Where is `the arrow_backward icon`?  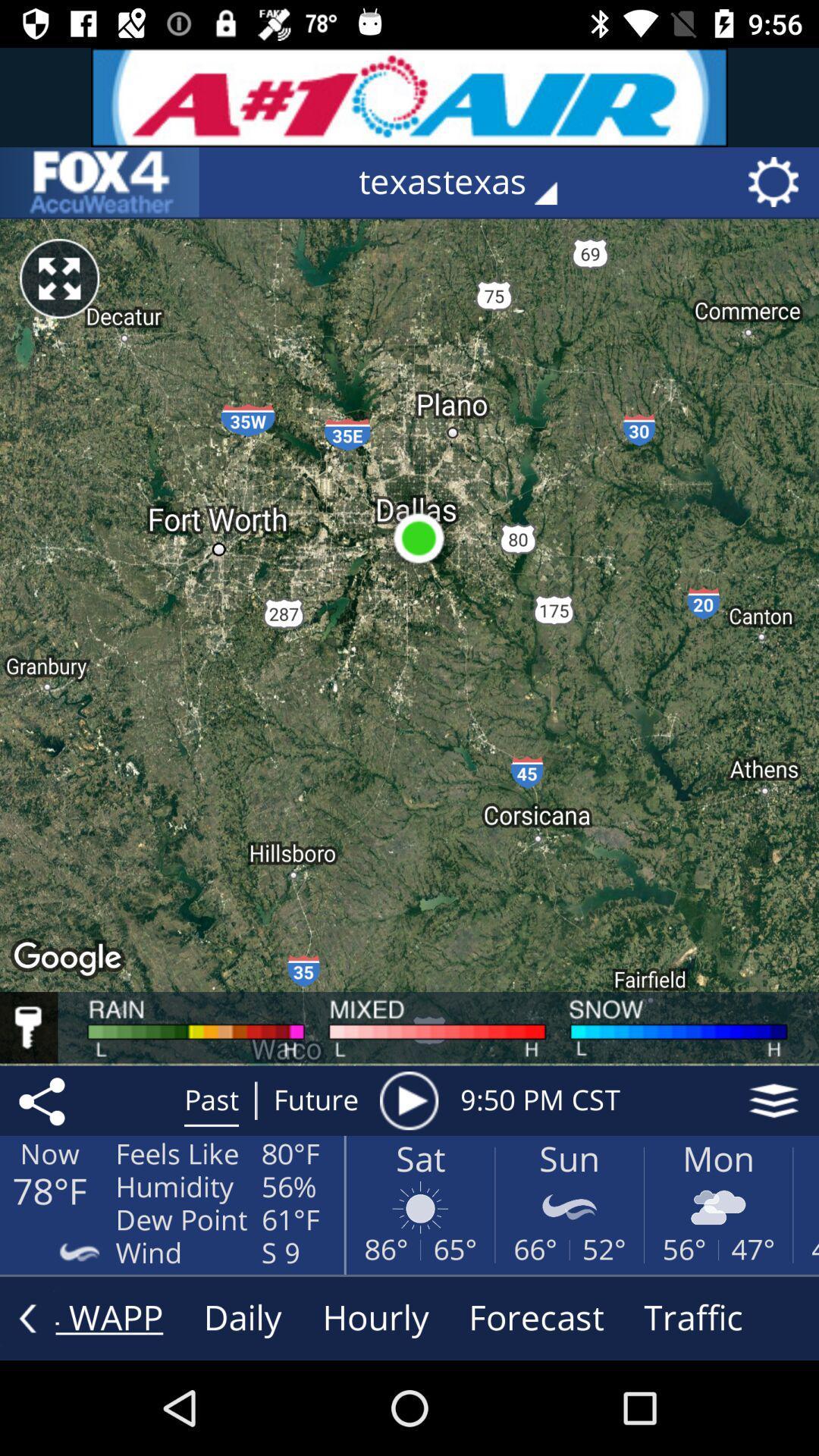 the arrow_backward icon is located at coordinates (27, 1317).